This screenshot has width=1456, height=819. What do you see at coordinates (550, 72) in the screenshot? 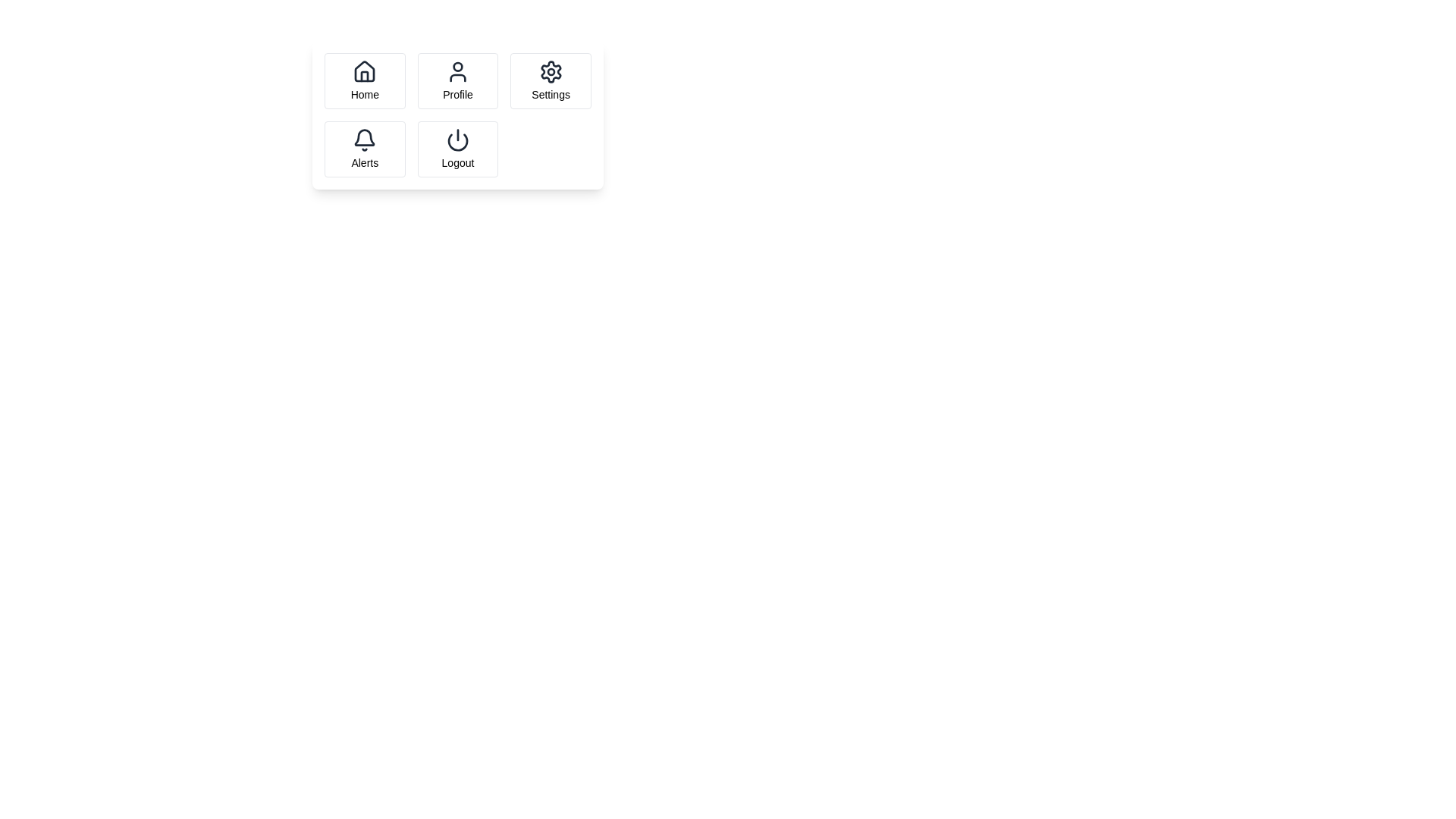
I see `the gear-shaped icon representing settings, located in the top right corner of the icon grid` at bounding box center [550, 72].